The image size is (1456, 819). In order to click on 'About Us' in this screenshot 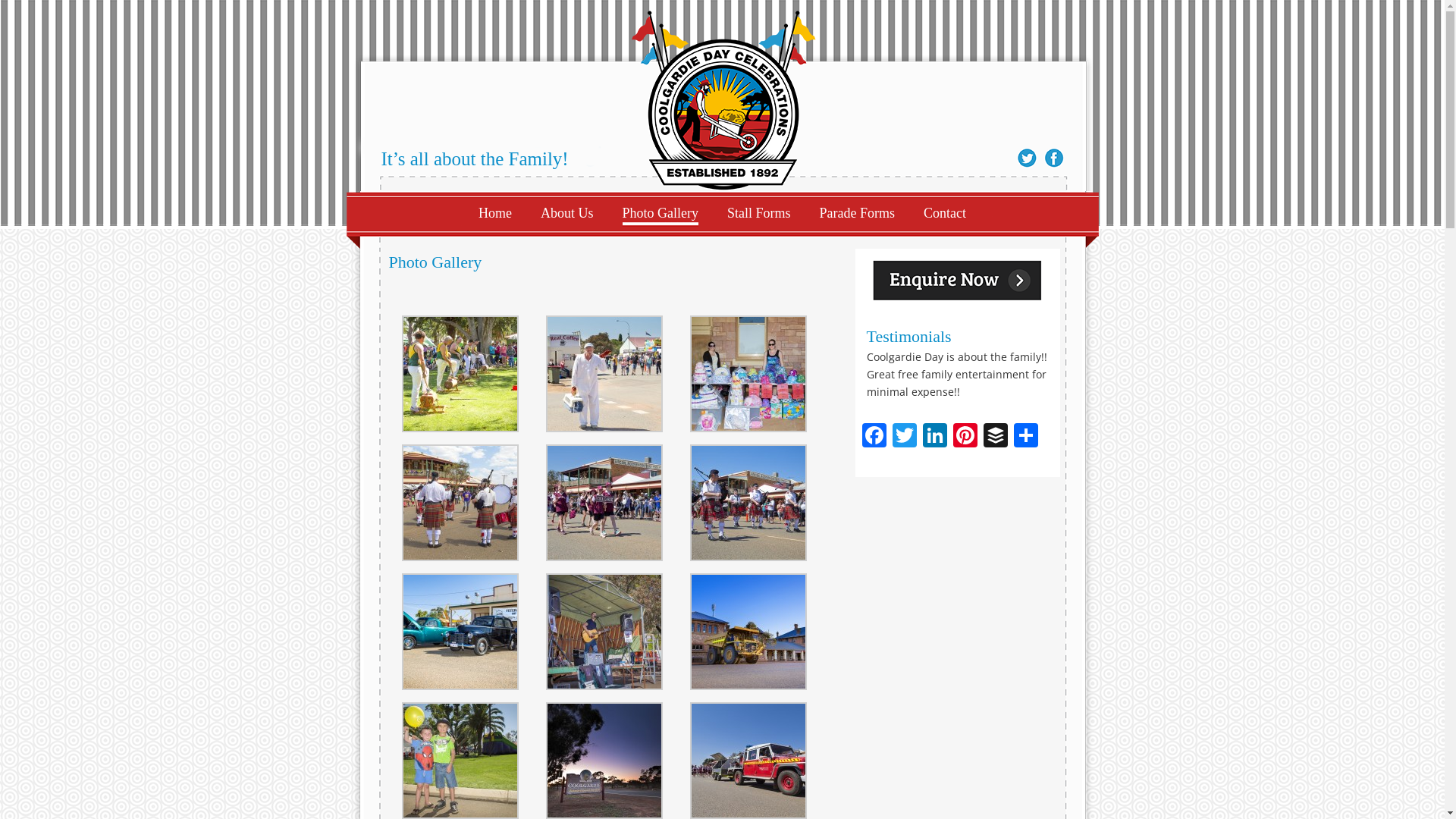, I will do `click(566, 213)`.